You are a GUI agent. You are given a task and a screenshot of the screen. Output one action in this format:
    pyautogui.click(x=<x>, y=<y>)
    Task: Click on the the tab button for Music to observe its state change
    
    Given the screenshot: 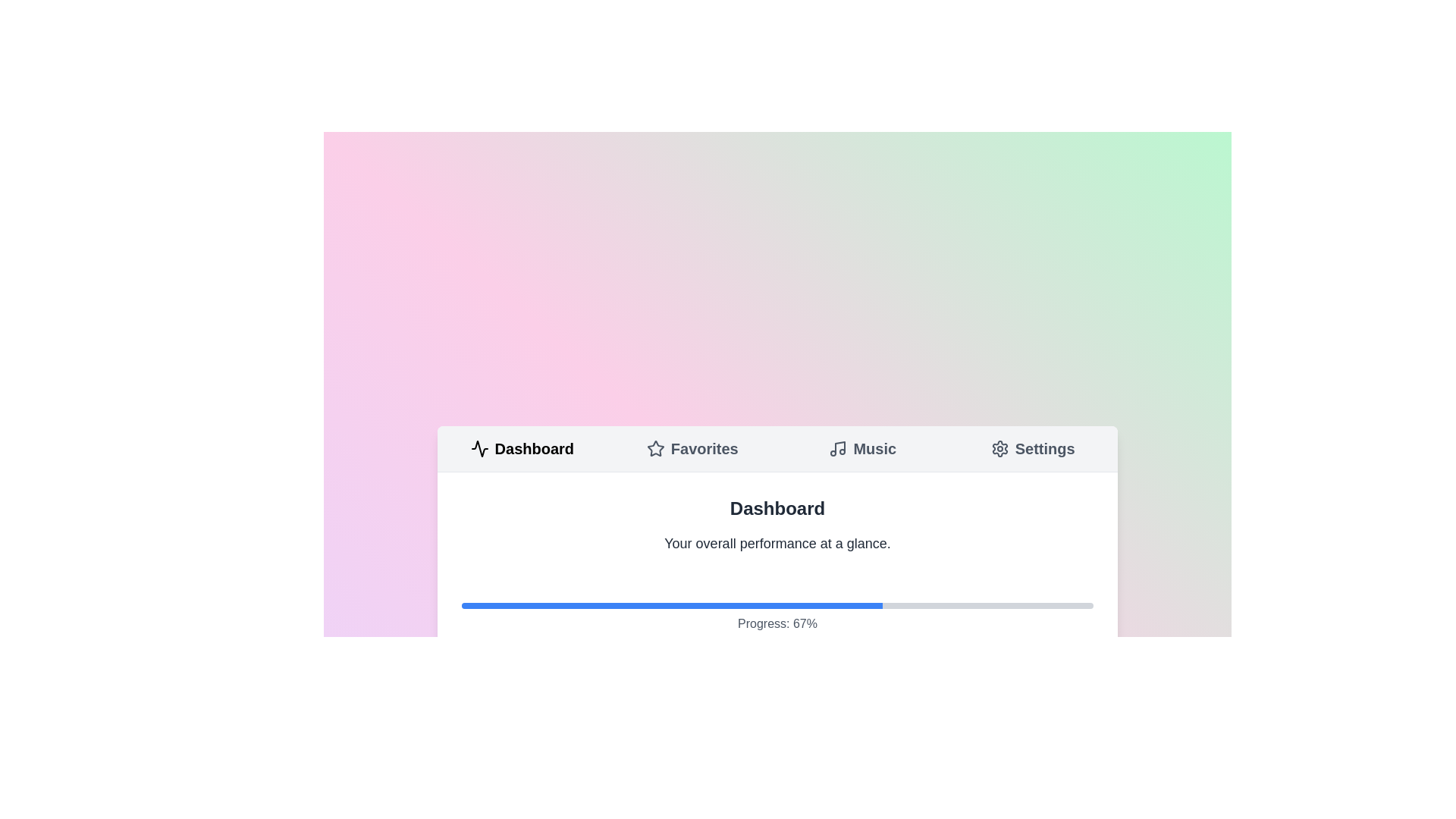 What is the action you would take?
    pyautogui.click(x=862, y=447)
    